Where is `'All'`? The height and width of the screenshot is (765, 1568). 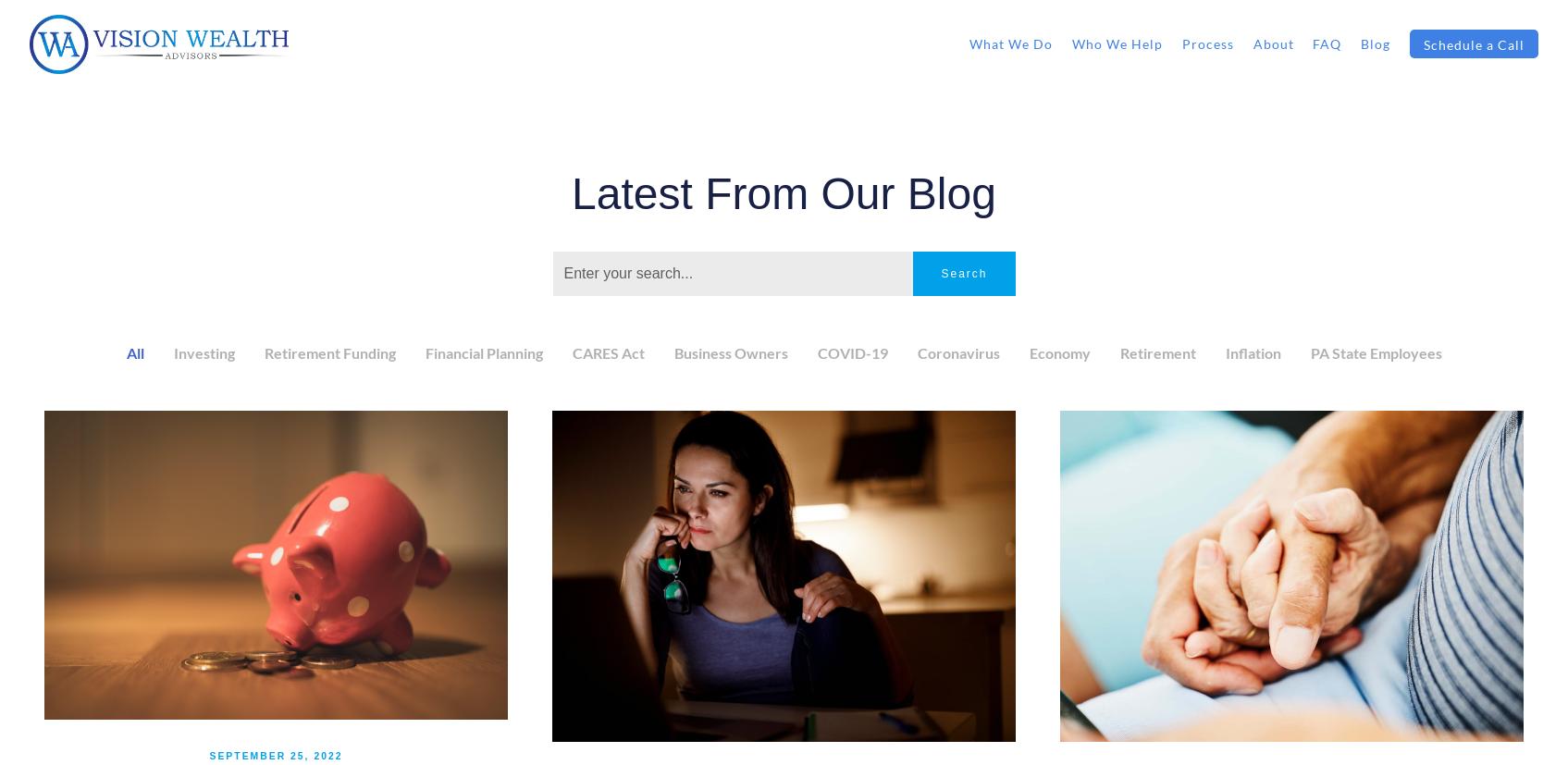
'All' is located at coordinates (134, 352).